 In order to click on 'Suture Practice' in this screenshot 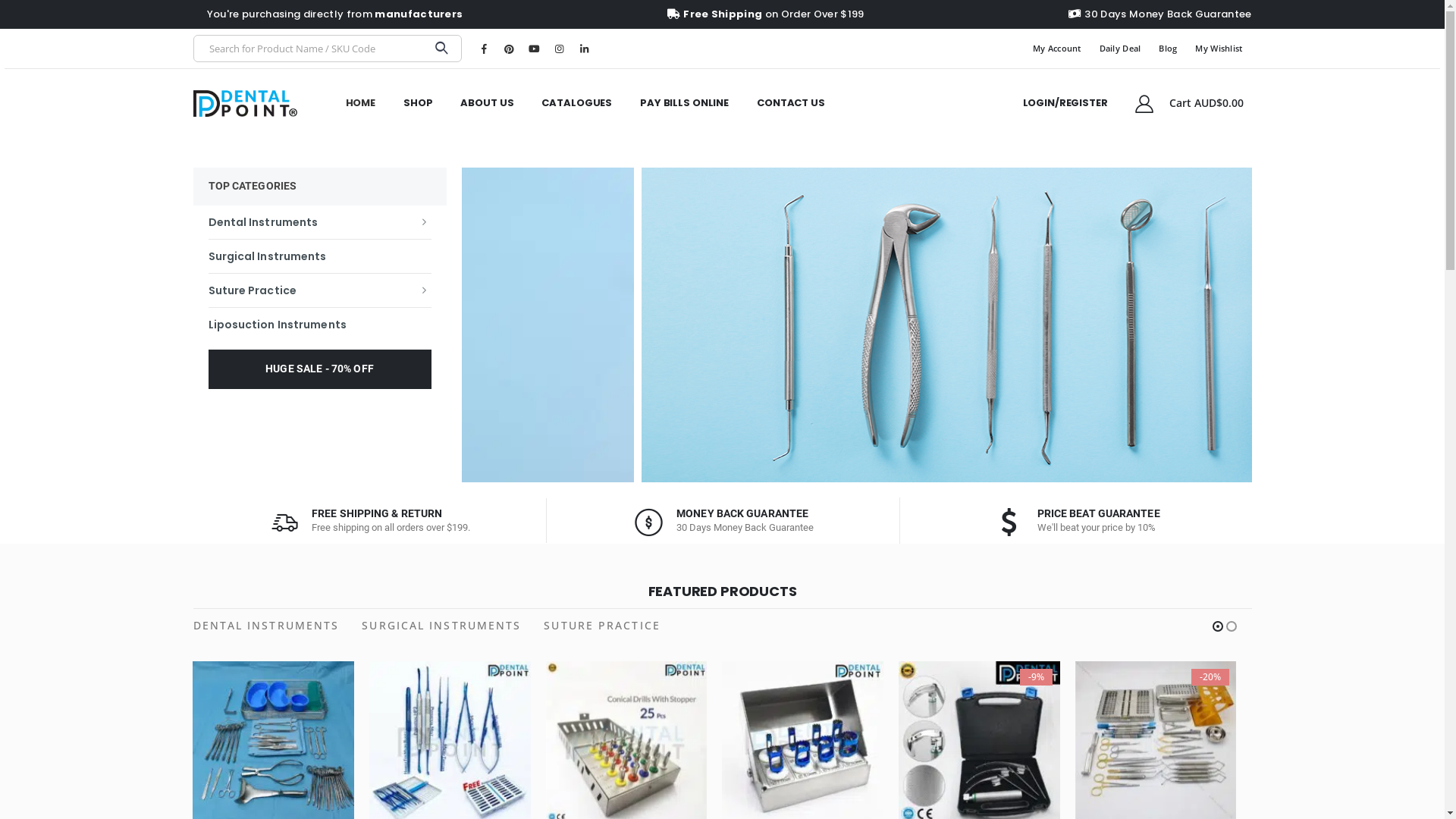, I will do `click(318, 289)`.